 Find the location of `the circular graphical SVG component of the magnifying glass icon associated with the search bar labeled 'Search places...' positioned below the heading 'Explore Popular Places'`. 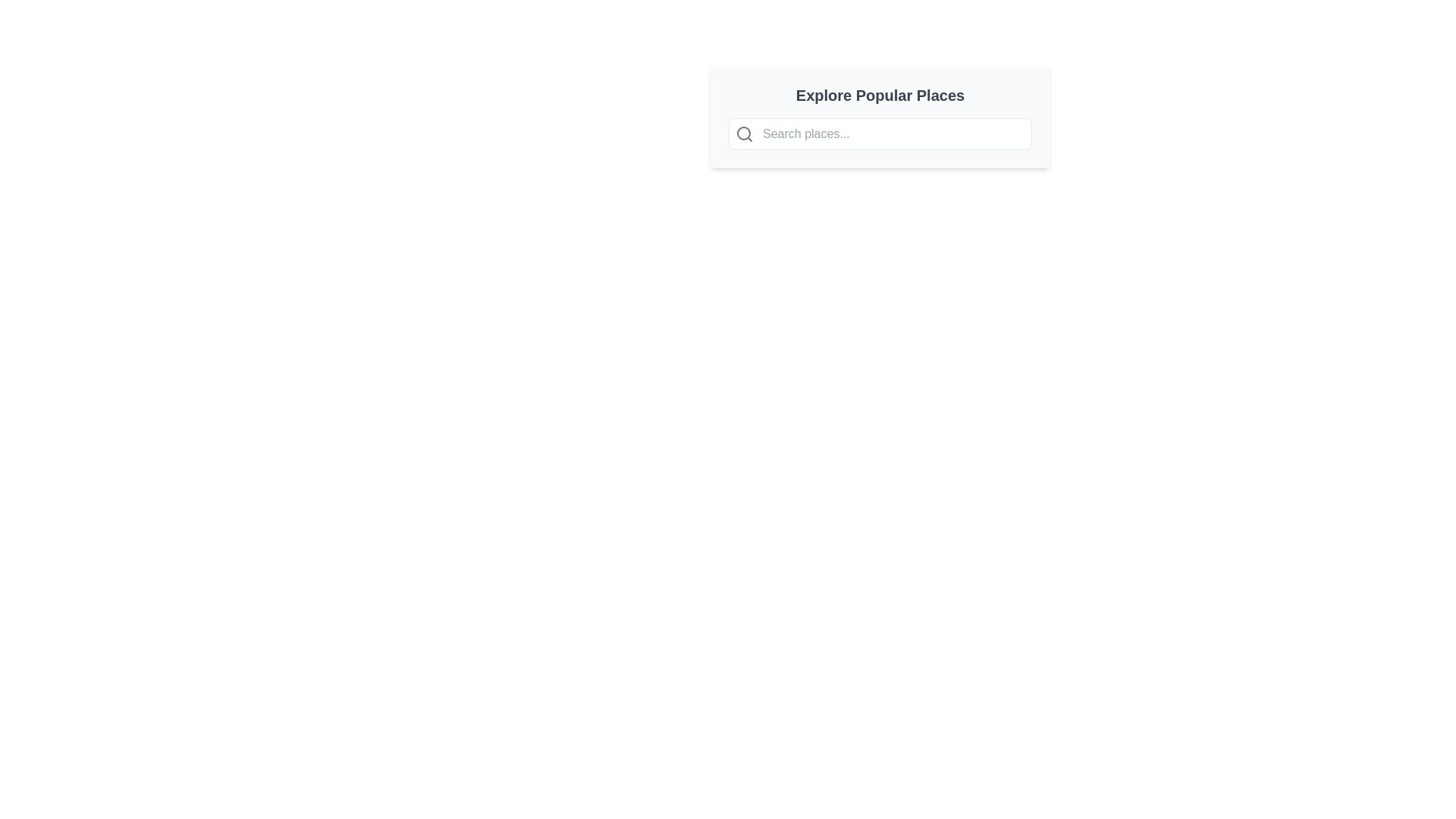

the circular graphical SVG component of the magnifying glass icon associated with the search bar labeled 'Search places...' positioned below the heading 'Explore Popular Places' is located at coordinates (743, 133).